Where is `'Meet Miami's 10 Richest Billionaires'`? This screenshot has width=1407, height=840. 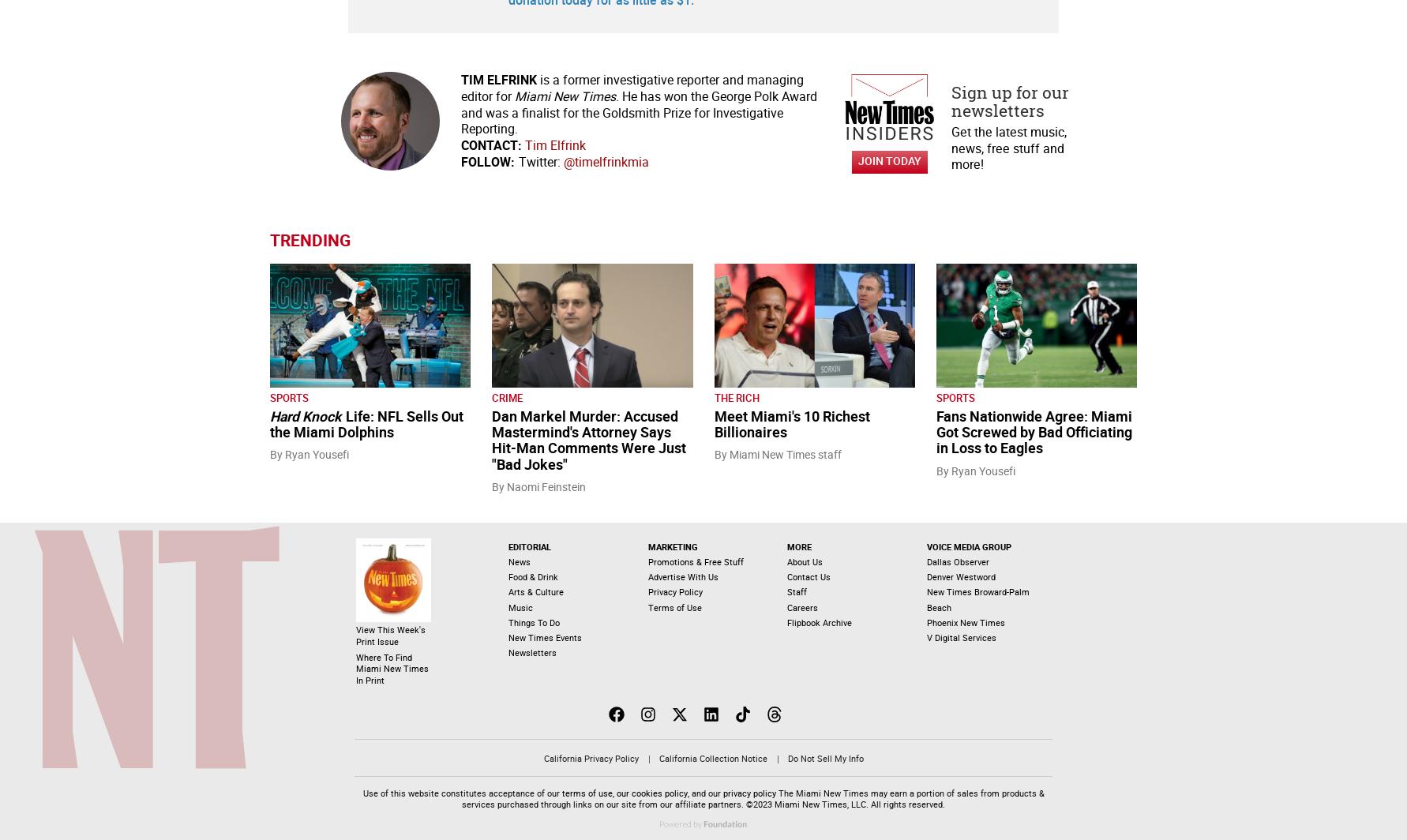 'Meet Miami's 10 Richest Billionaires' is located at coordinates (714, 424).